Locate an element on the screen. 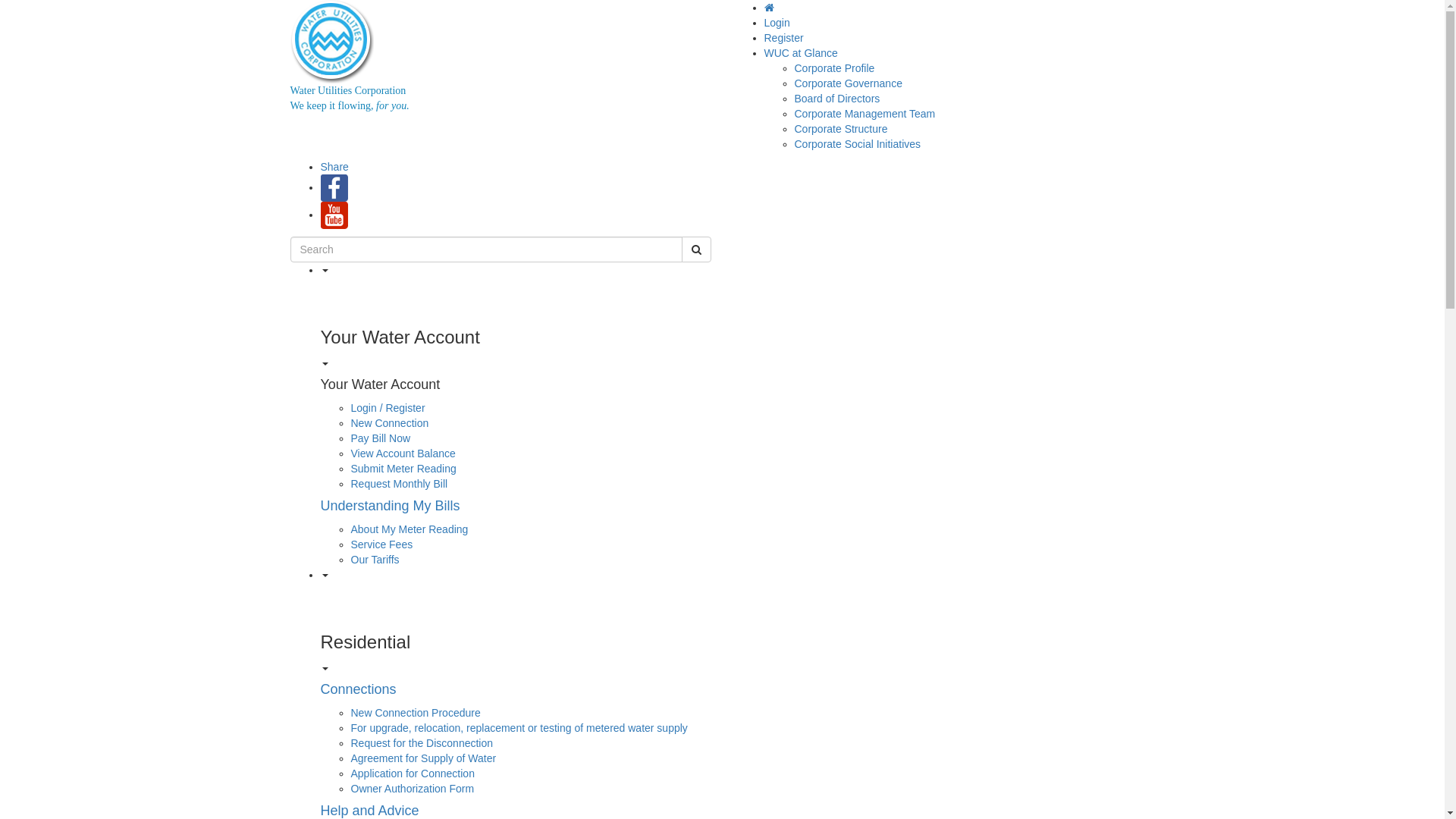 The width and height of the screenshot is (1456, 819). 'Agreement for Supply of Water' is located at coordinates (422, 758).